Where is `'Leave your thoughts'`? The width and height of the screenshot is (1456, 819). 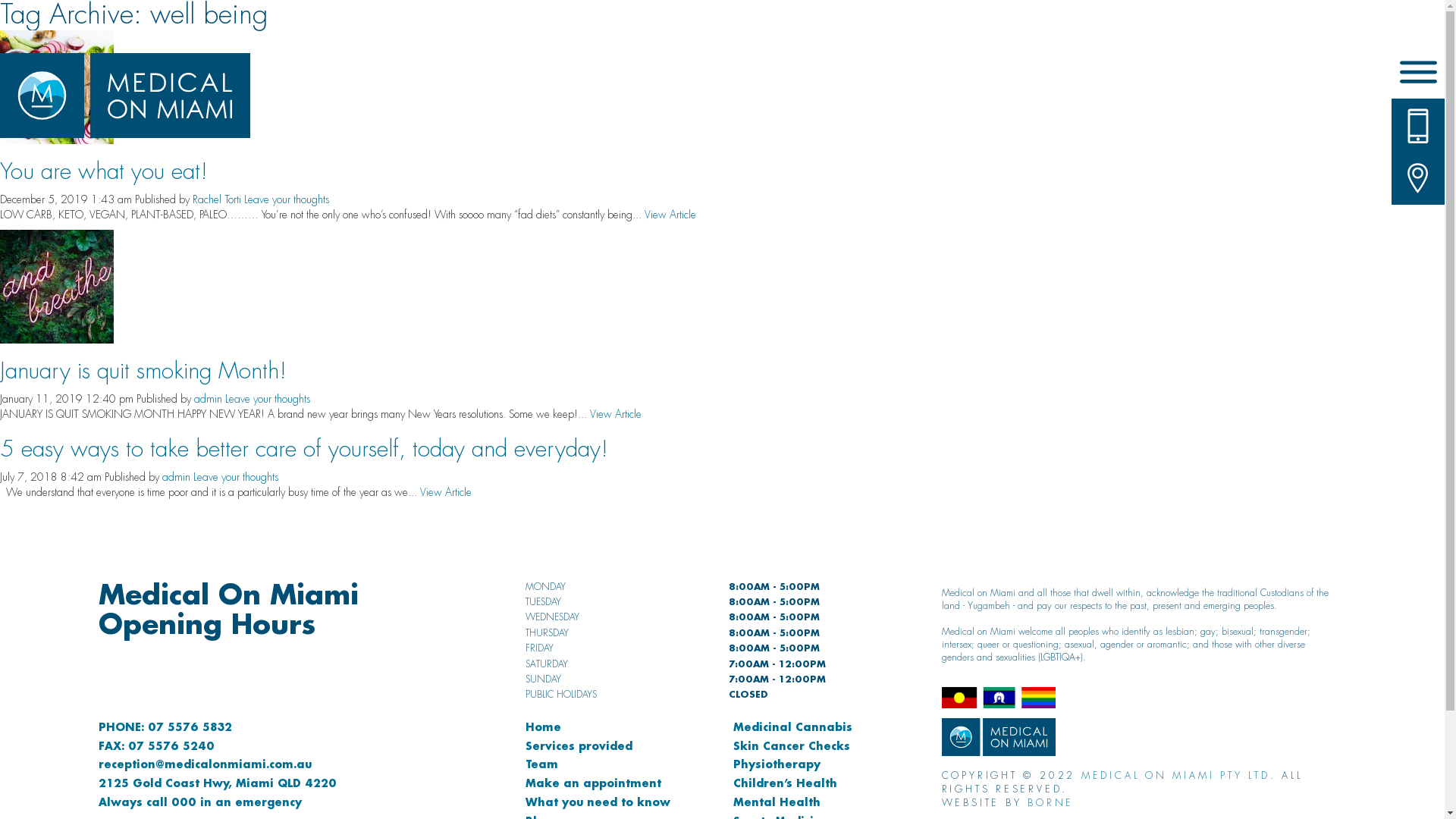
'Leave your thoughts' is located at coordinates (268, 397).